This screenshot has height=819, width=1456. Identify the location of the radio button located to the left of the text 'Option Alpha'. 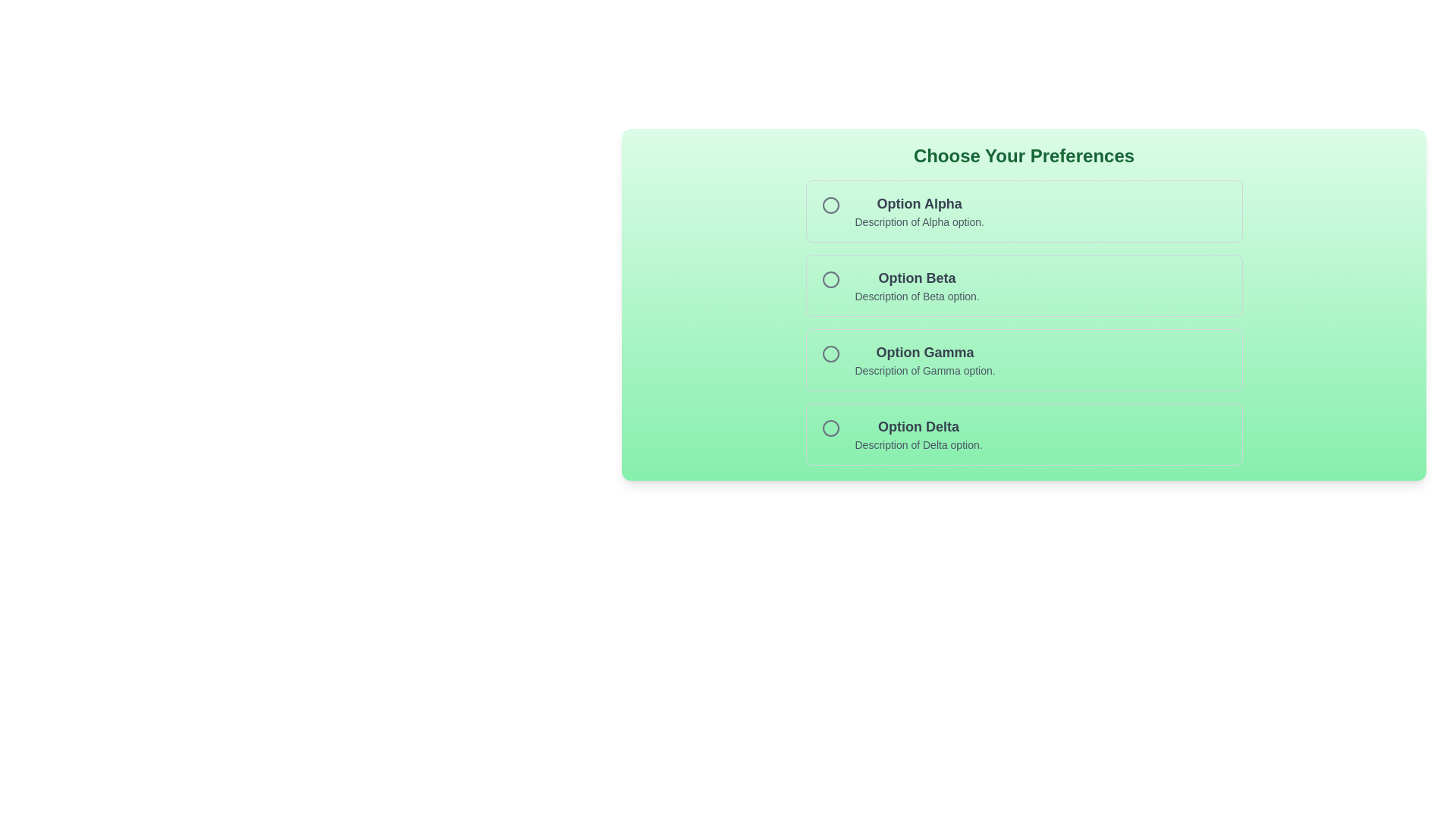
(830, 205).